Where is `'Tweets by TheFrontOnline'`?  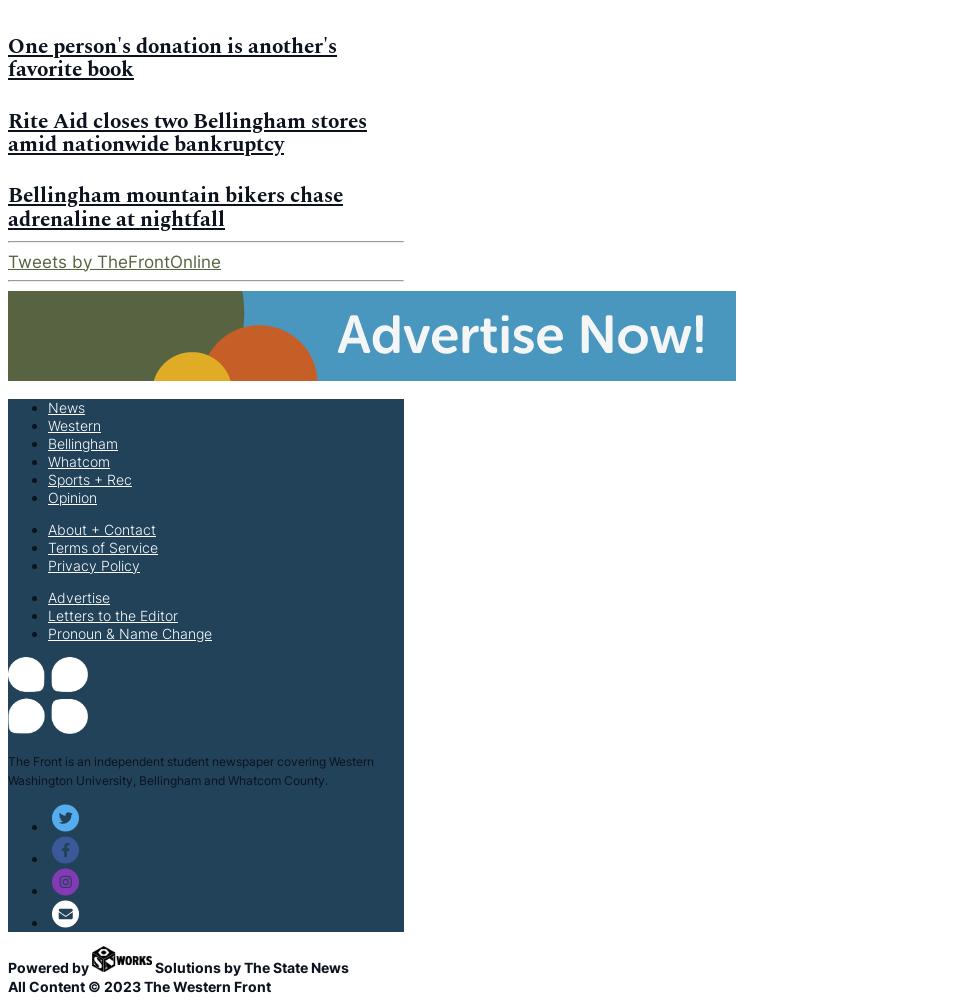
'Tweets by TheFrontOnline' is located at coordinates (114, 259).